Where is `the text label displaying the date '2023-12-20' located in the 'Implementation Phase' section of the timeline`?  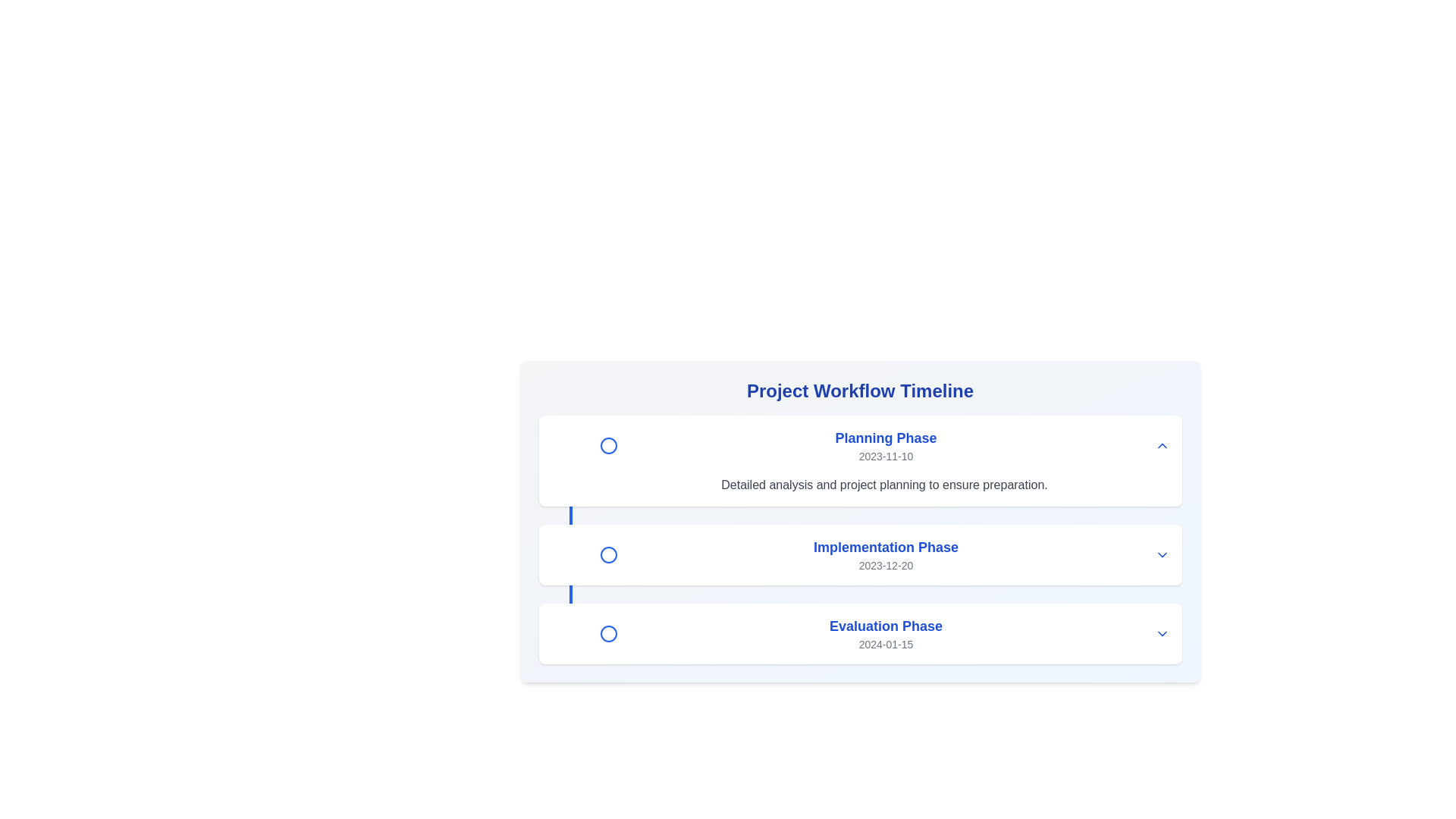
the text label displaying the date '2023-12-20' located in the 'Implementation Phase' section of the timeline is located at coordinates (886, 565).